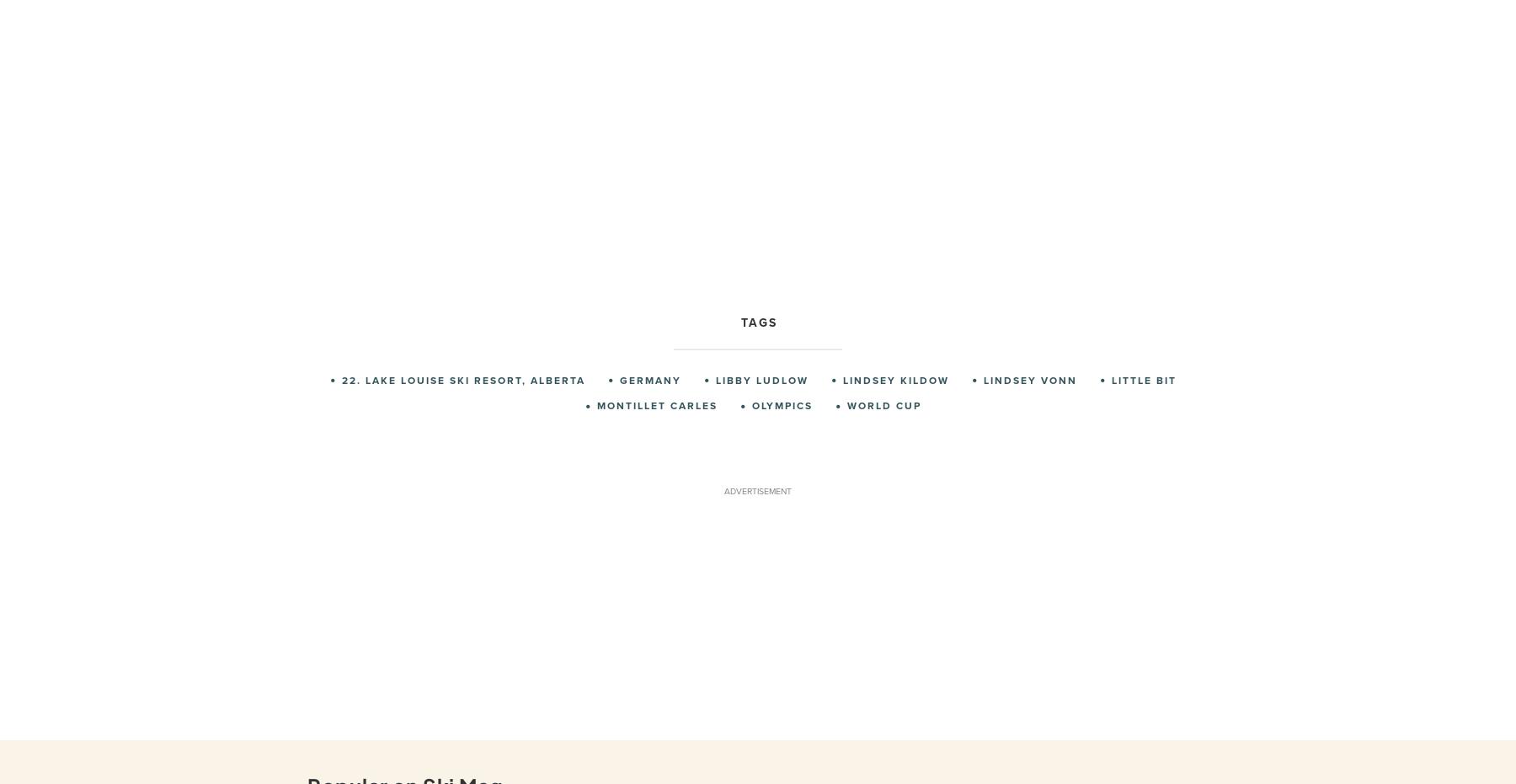 The width and height of the screenshot is (1516, 784). I want to click on 'world cup', so click(883, 405).